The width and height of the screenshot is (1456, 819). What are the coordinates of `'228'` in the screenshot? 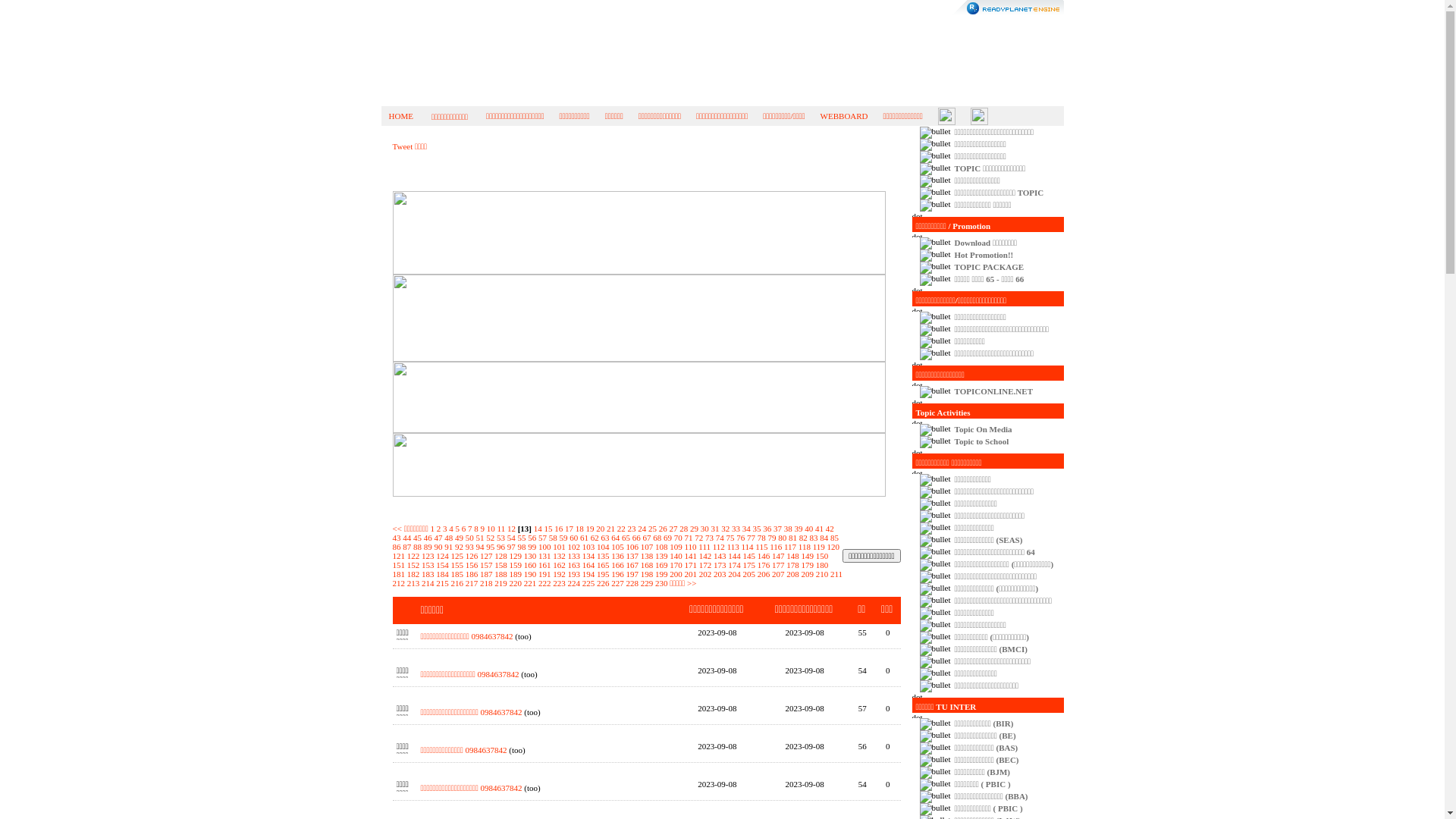 It's located at (632, 582).